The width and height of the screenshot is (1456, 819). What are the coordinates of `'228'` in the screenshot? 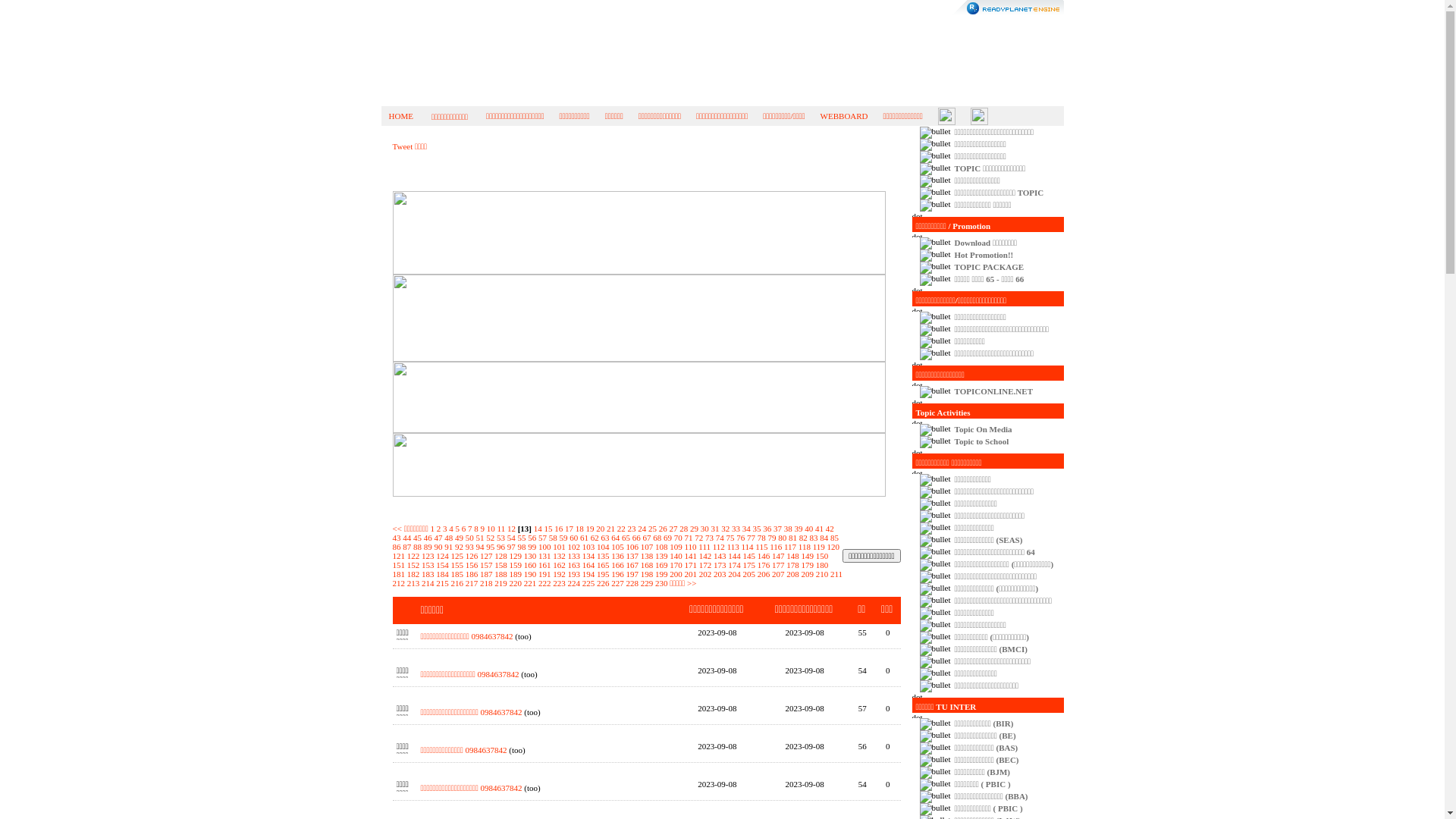 It's located at (632, 582).